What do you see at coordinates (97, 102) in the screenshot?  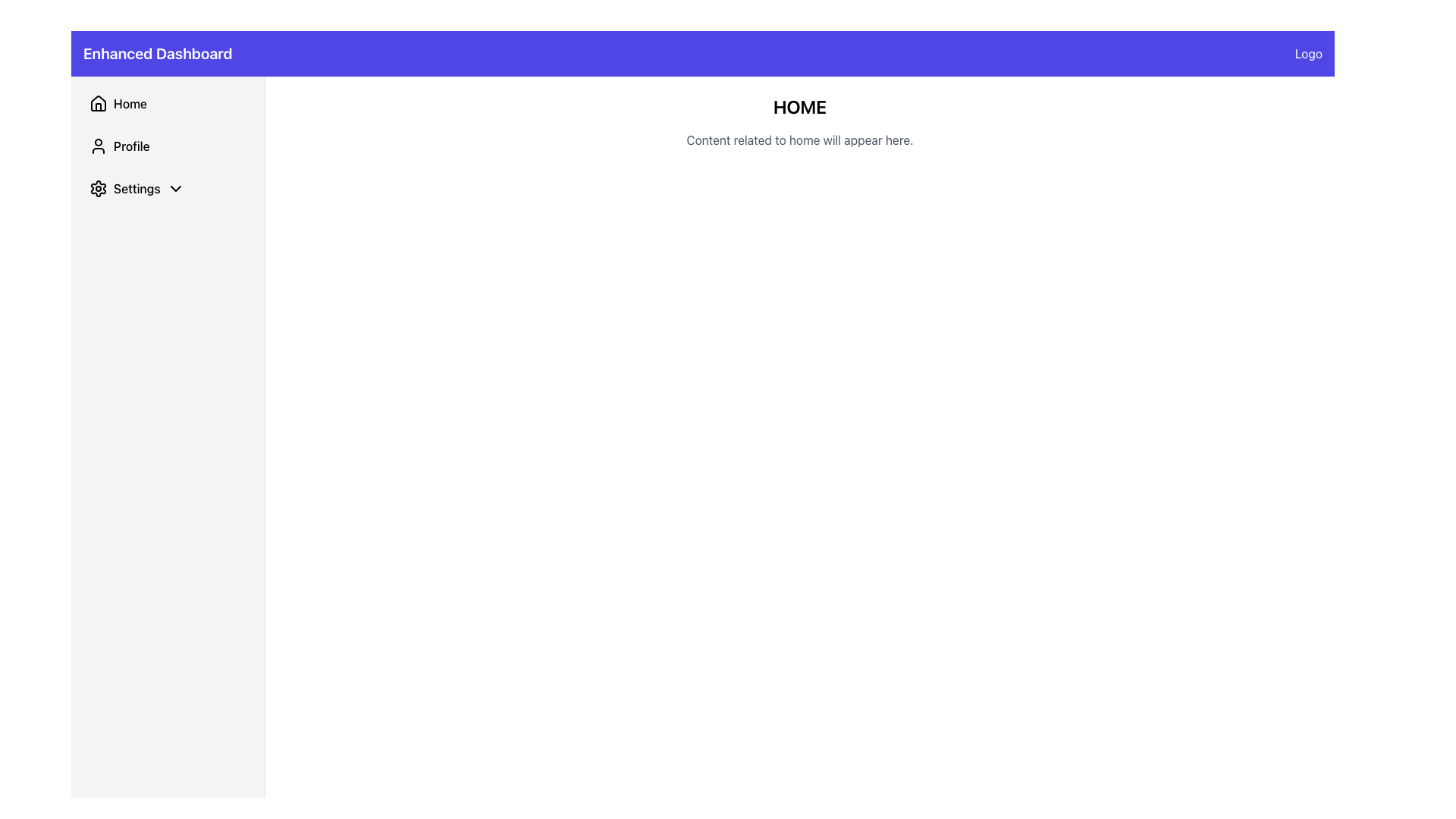 I see `the decorative vector graphic within the house-shaped icon located in the sidebar, which is the first item under the 'Enhanced Dashboard' header` at bounding box center [97, 102].